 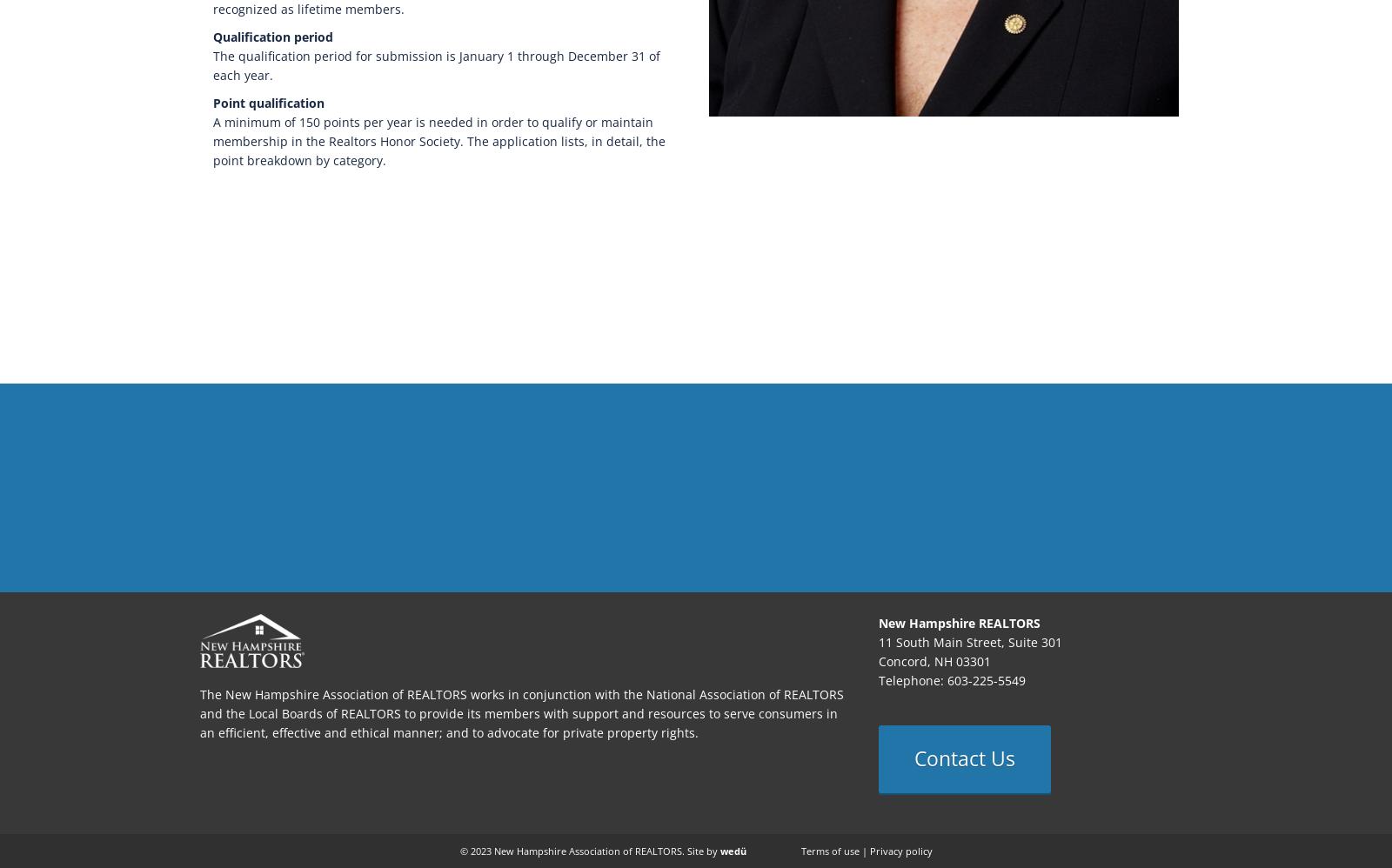 What do you see at coordinates (696, 475) in the screenshot?
I see `'"Amidst the sea of change to which the New Hampshire Association of REALTORS has played witness in its 85 years, one thing that has remained constant is the Realtor 'R' and the value we bring to every real estate transaction in which we take part. We are part of a unique community where our familial cooperation transcends our business competition. These are not mere platitudes, but our living ideals, and they are, in fact, the foundation on which we conduct ourselves in our day-to-day affairs."'` at bounding box center [696, 475].